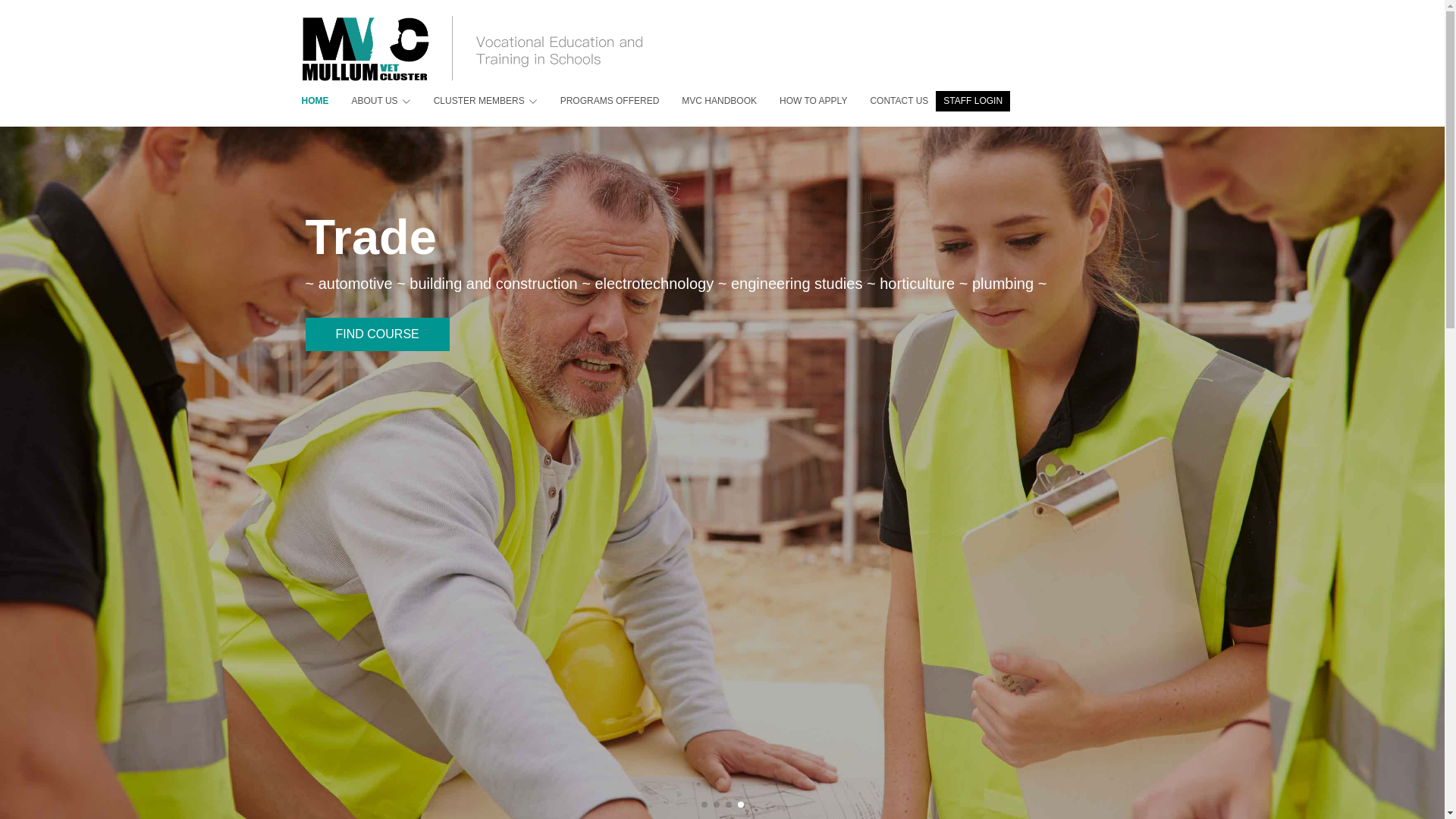  What do you see at coordinates (377, 356) in the screenshot?
I see `'FIND COURSE'` at bounding box center [377, 356].